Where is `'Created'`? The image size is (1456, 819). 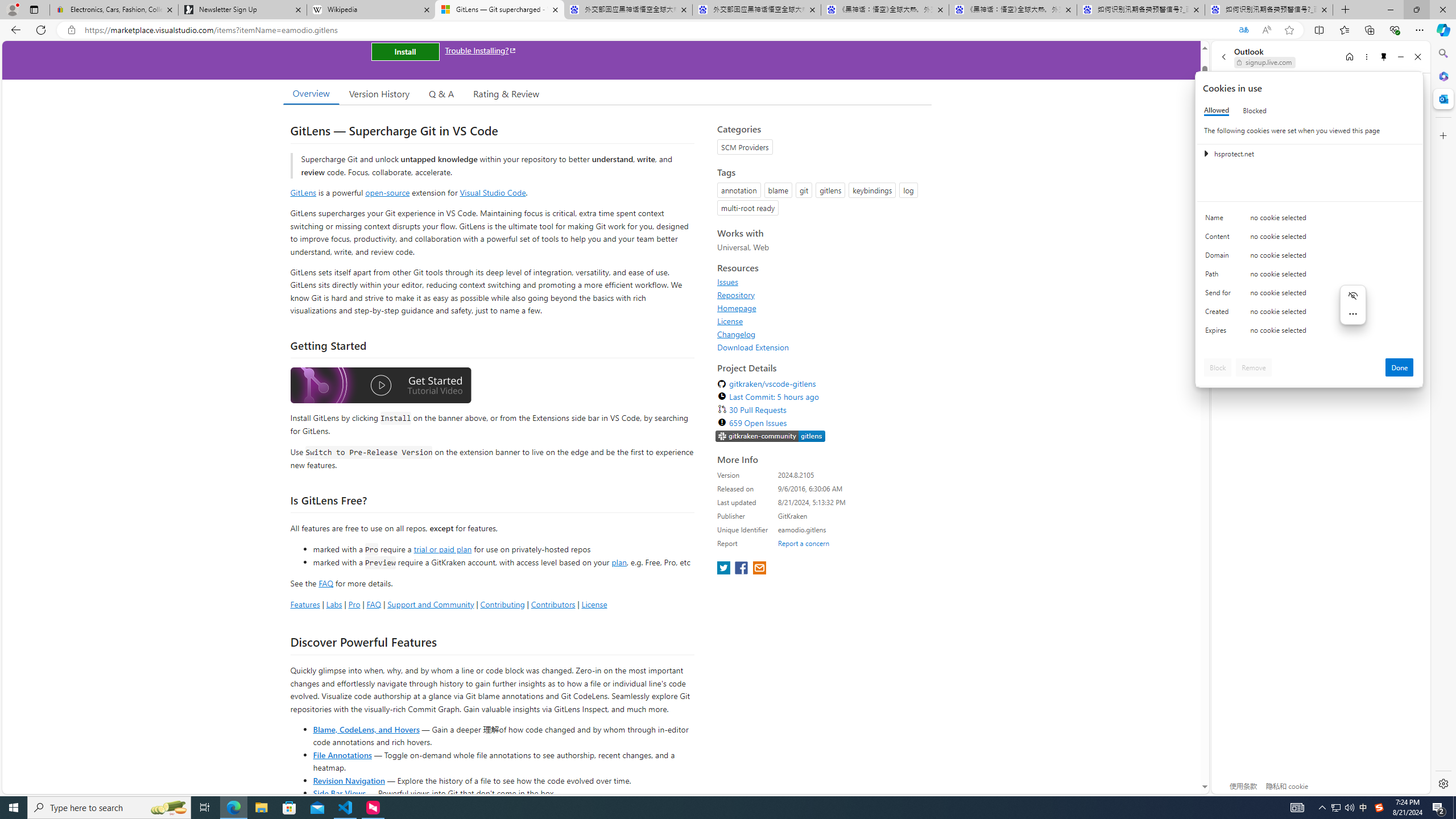
'Created' is located at coordinates (1219, 313).